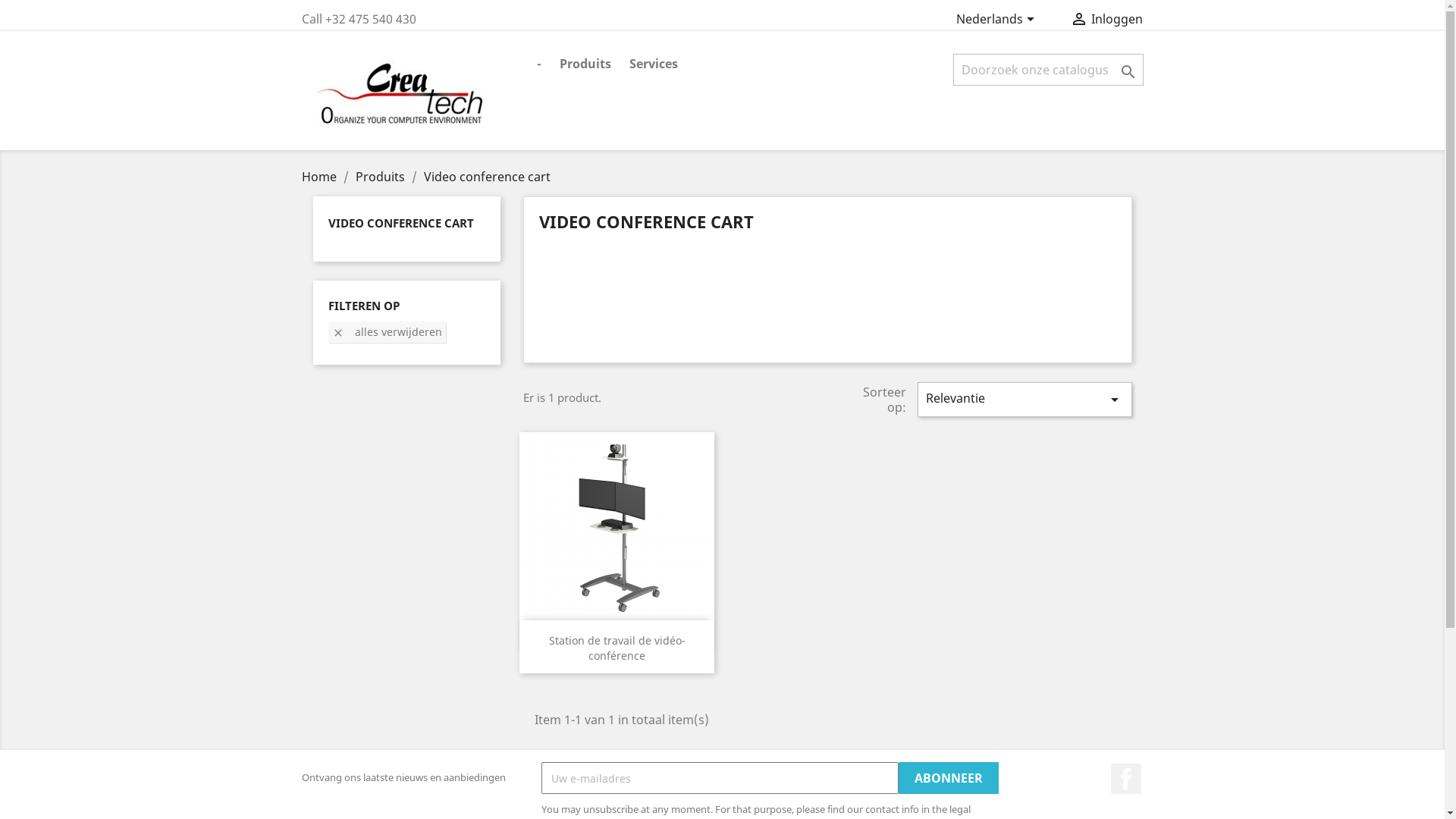 The width and height of the screenshot is (1456, 819). Describe the element at coordinates (400, 222) in the screenshot. I see `'VIDEO CONFERENCE CART'` at that location.